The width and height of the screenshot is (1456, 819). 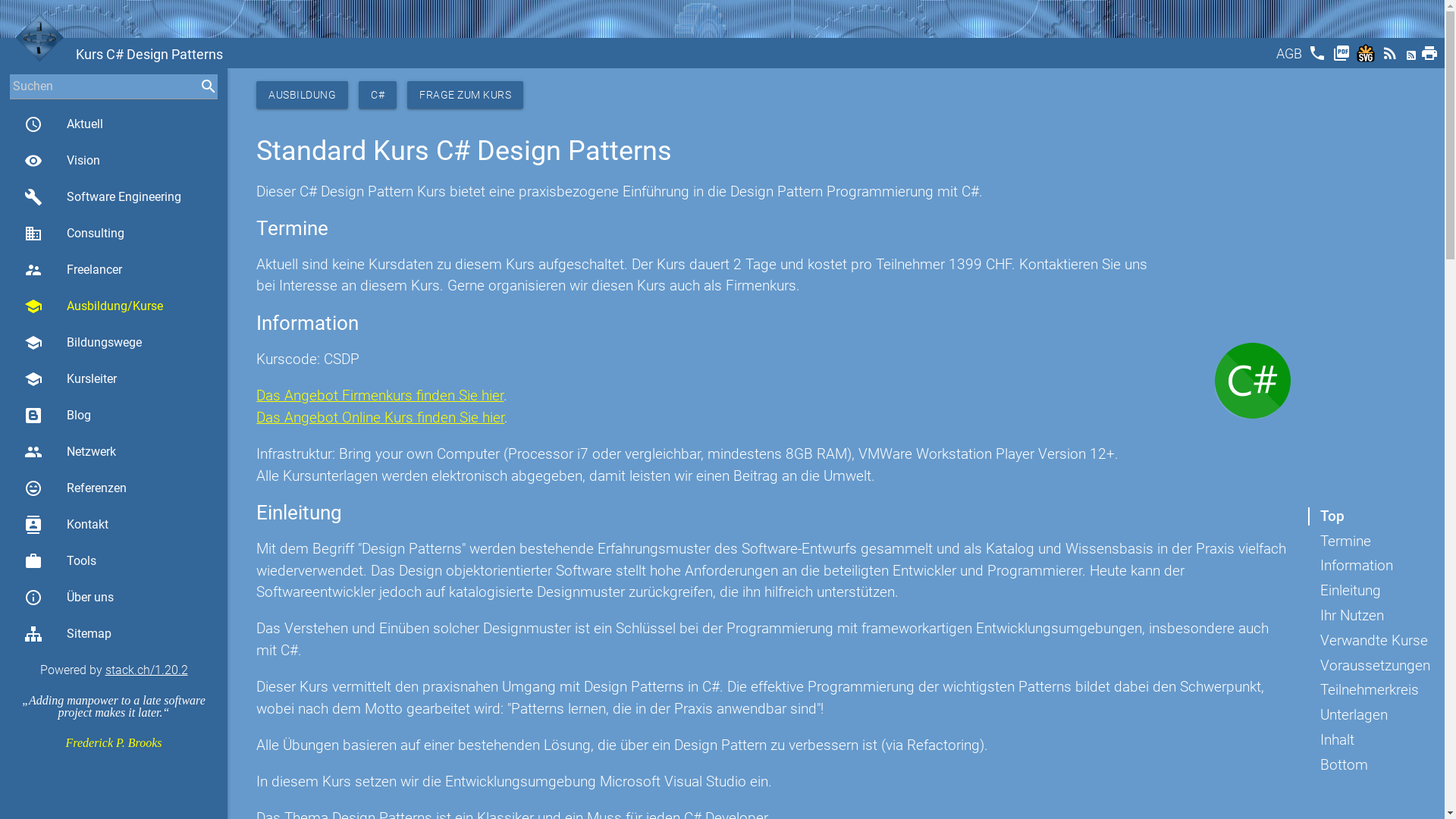 What do you see at coordinates (1307, 540) in the screenshot?
I see `'Termine'` at bounding box center [1307, 540].